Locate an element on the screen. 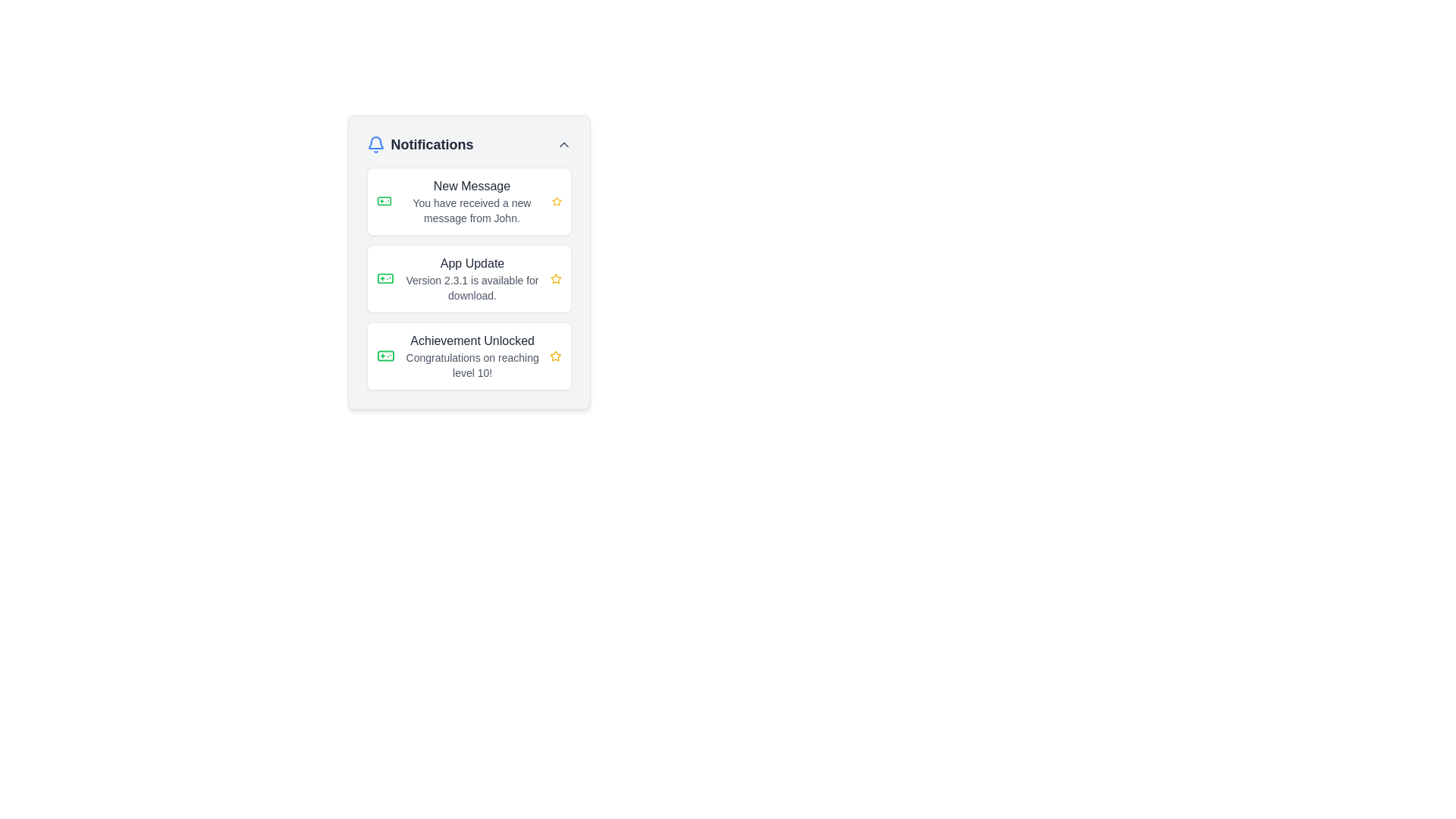 This screenshot has height=819, width=1456. the header element that contains a blue bell icon and the text 'Notifications' positioned at the top of the notification panel is located at coordinates (419, 145).